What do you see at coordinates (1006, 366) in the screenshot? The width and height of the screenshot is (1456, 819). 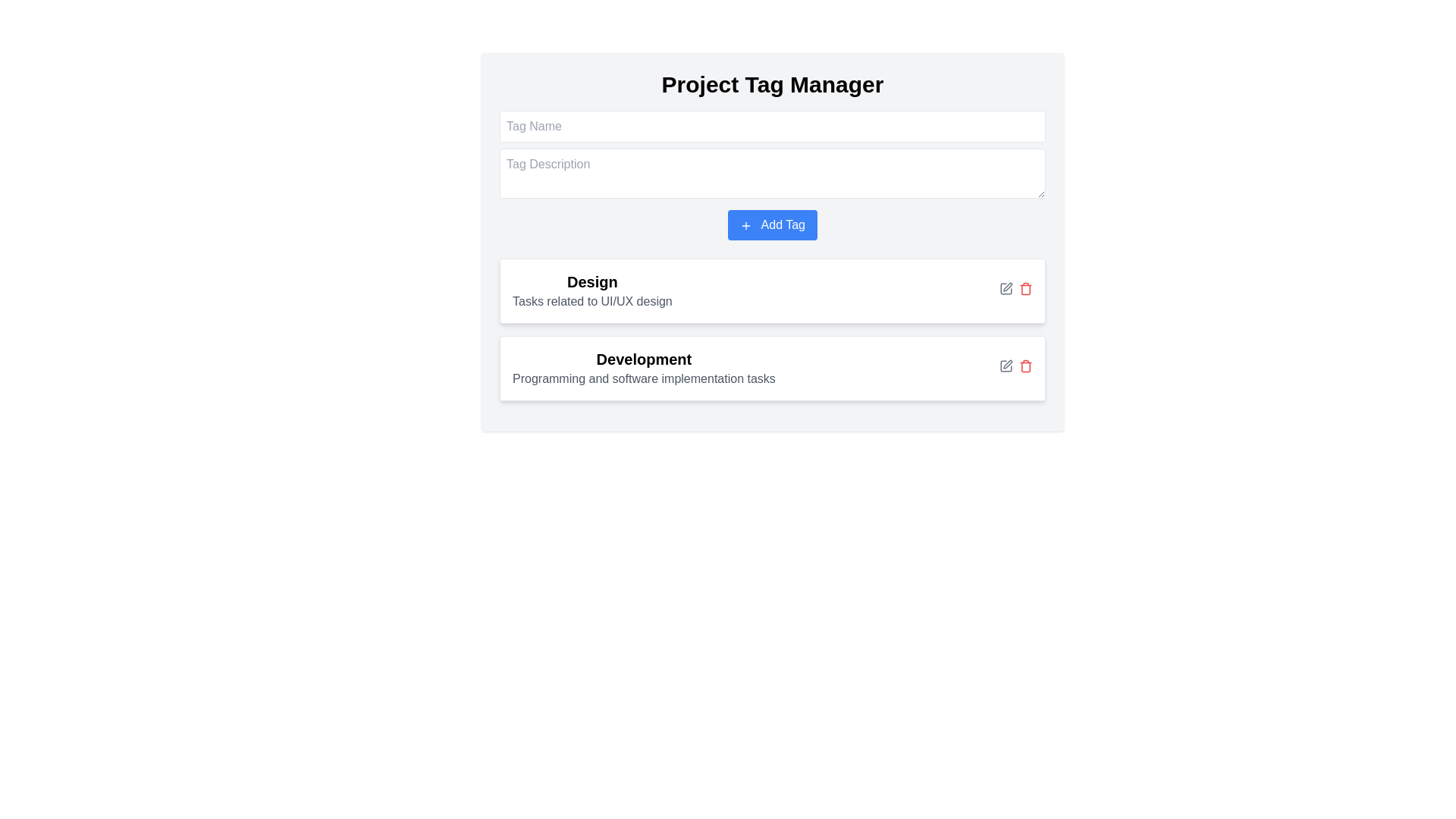 I see `the gray square icon button resembling a pen or pencil, located to the right of the 'Design' text` at bounding box center [1006, 366].